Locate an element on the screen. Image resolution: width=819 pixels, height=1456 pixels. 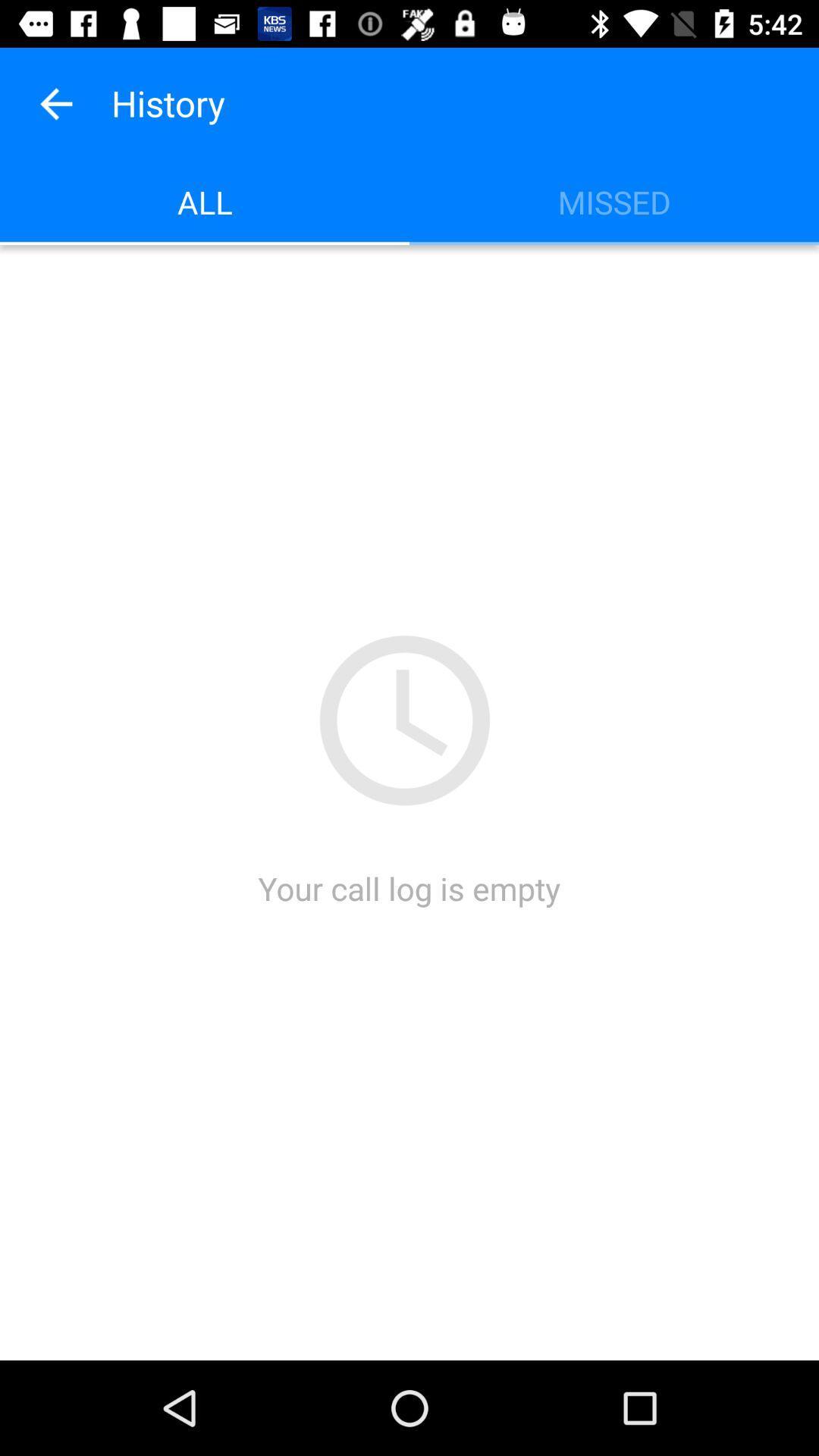
icon to the right of all icon is located at coordinates (614, 201).